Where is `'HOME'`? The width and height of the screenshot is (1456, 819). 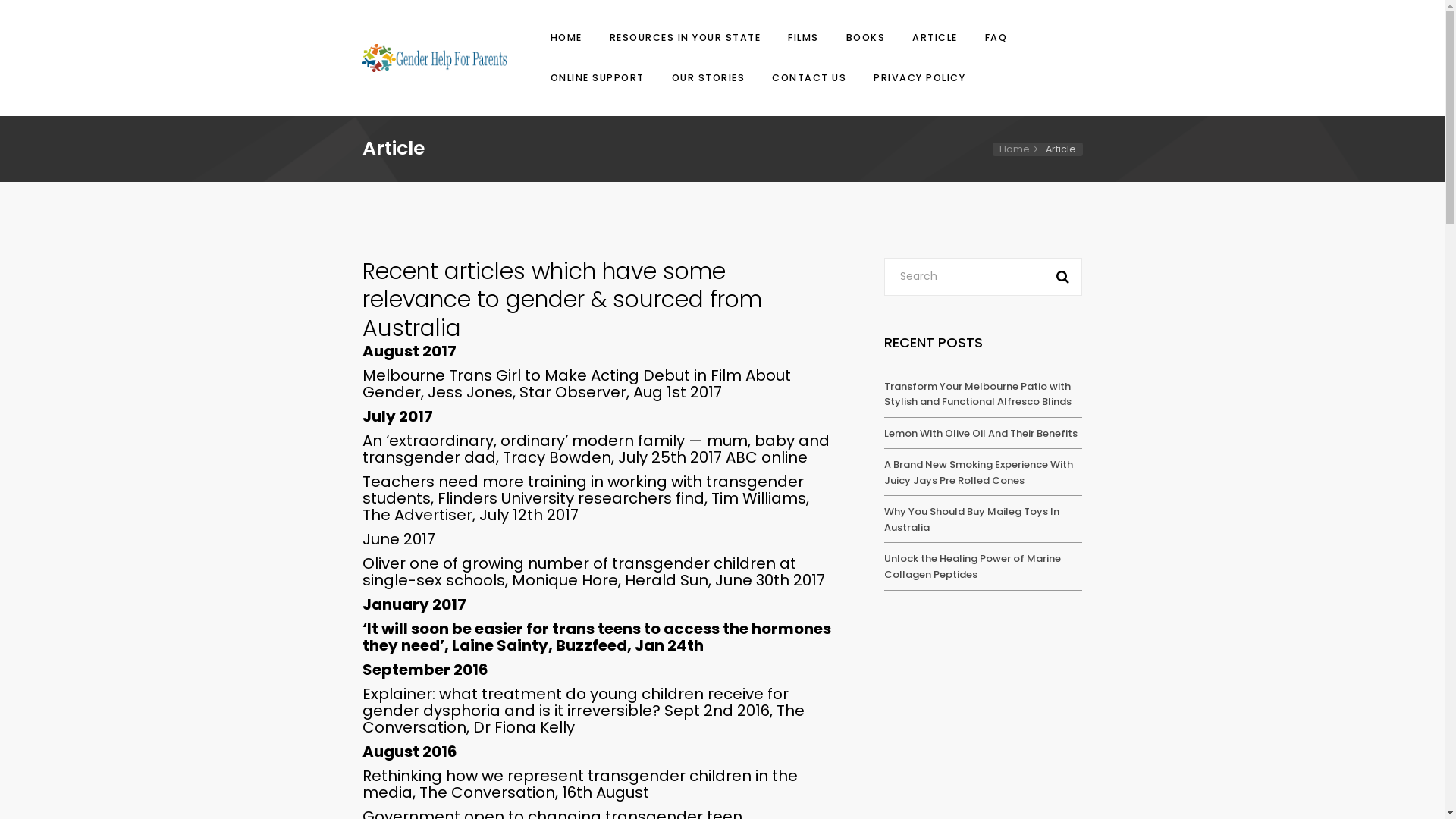 'HOME' is located at coordinates (564, 37).